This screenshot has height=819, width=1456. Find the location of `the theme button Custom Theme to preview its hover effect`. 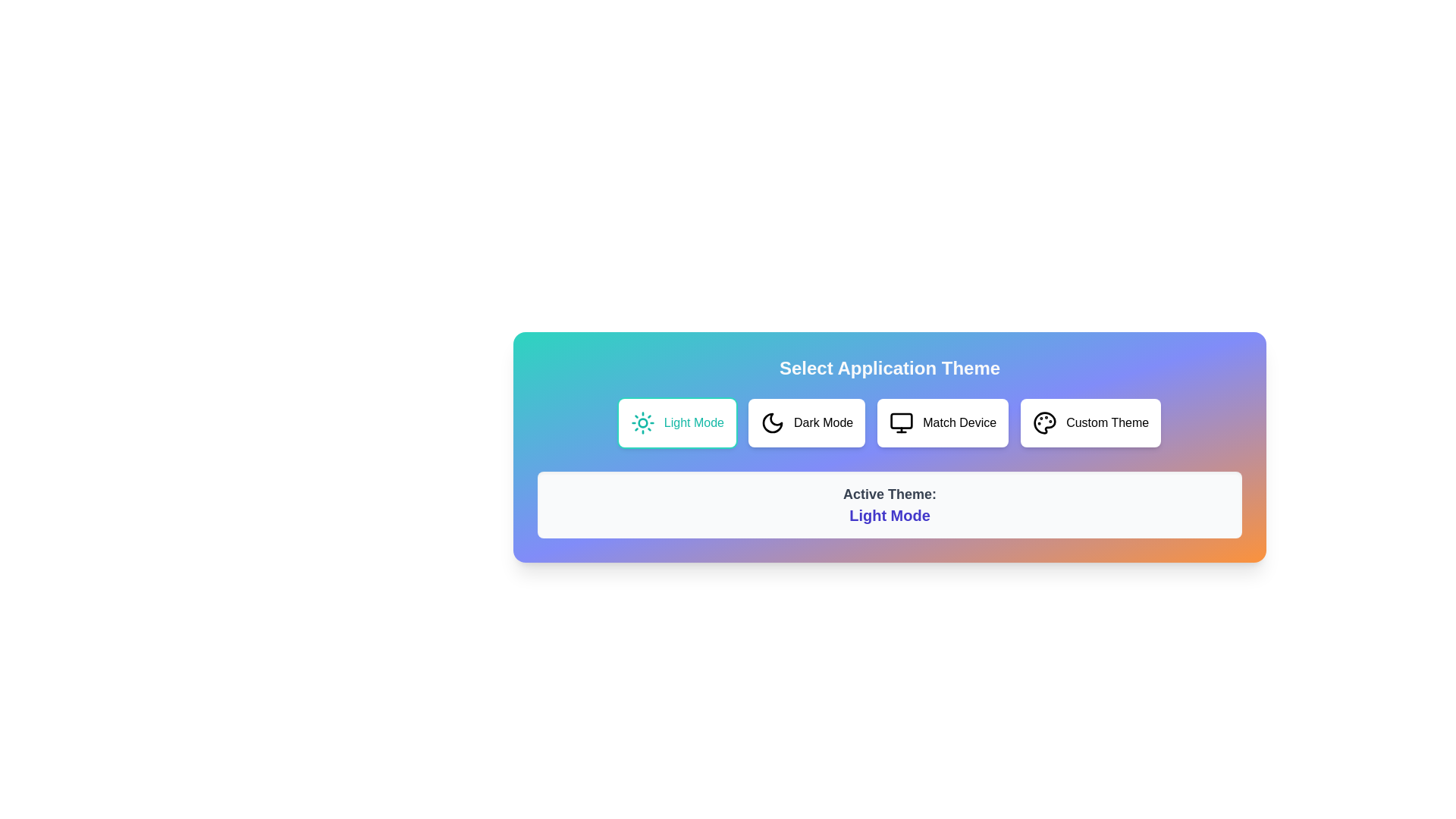

the theme button Custom Theme to preview its hover effect is located at coordinates (1090, 423).